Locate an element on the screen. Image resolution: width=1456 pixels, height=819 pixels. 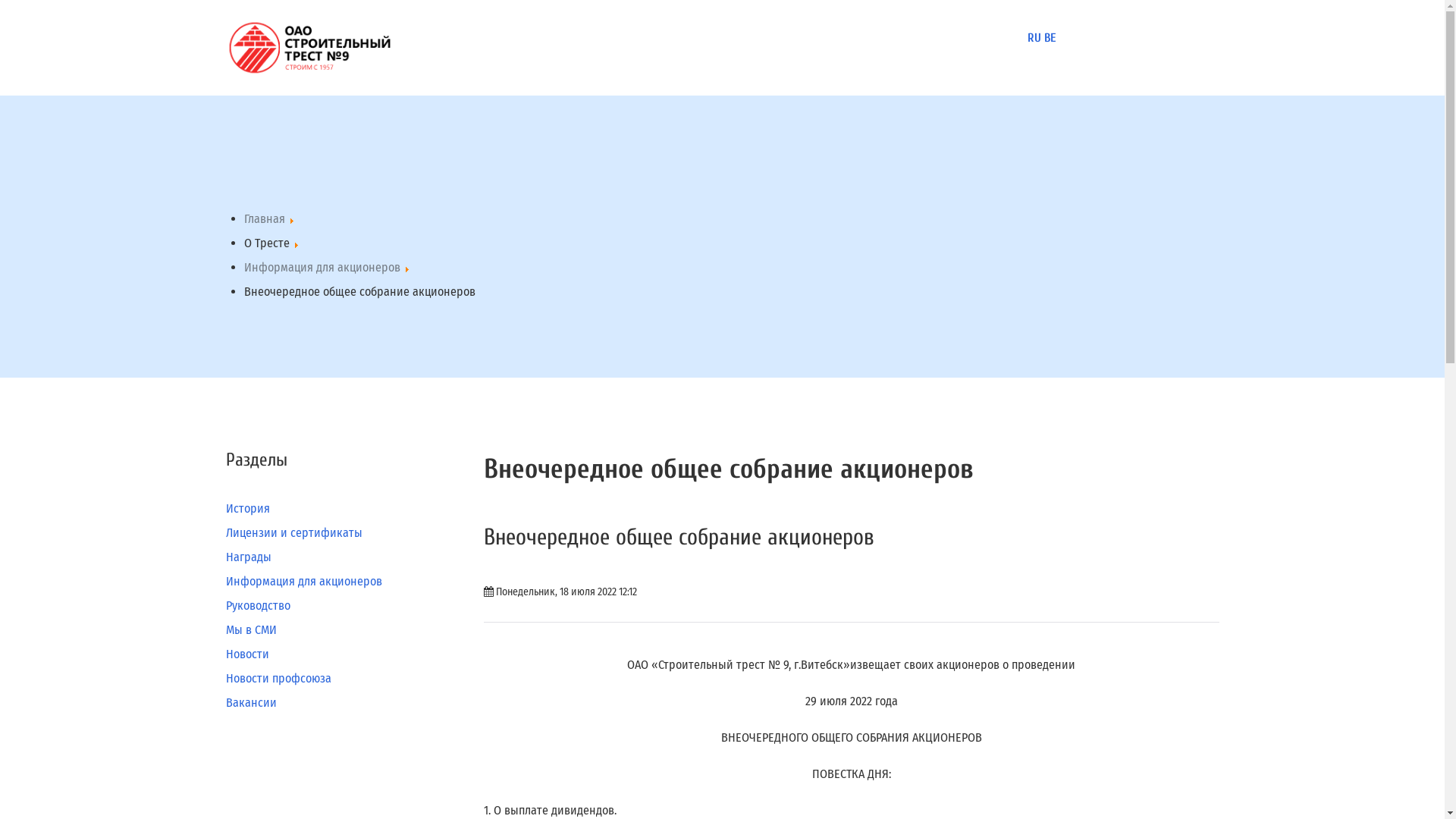
'BE' is located at coordinates (1048, 37).